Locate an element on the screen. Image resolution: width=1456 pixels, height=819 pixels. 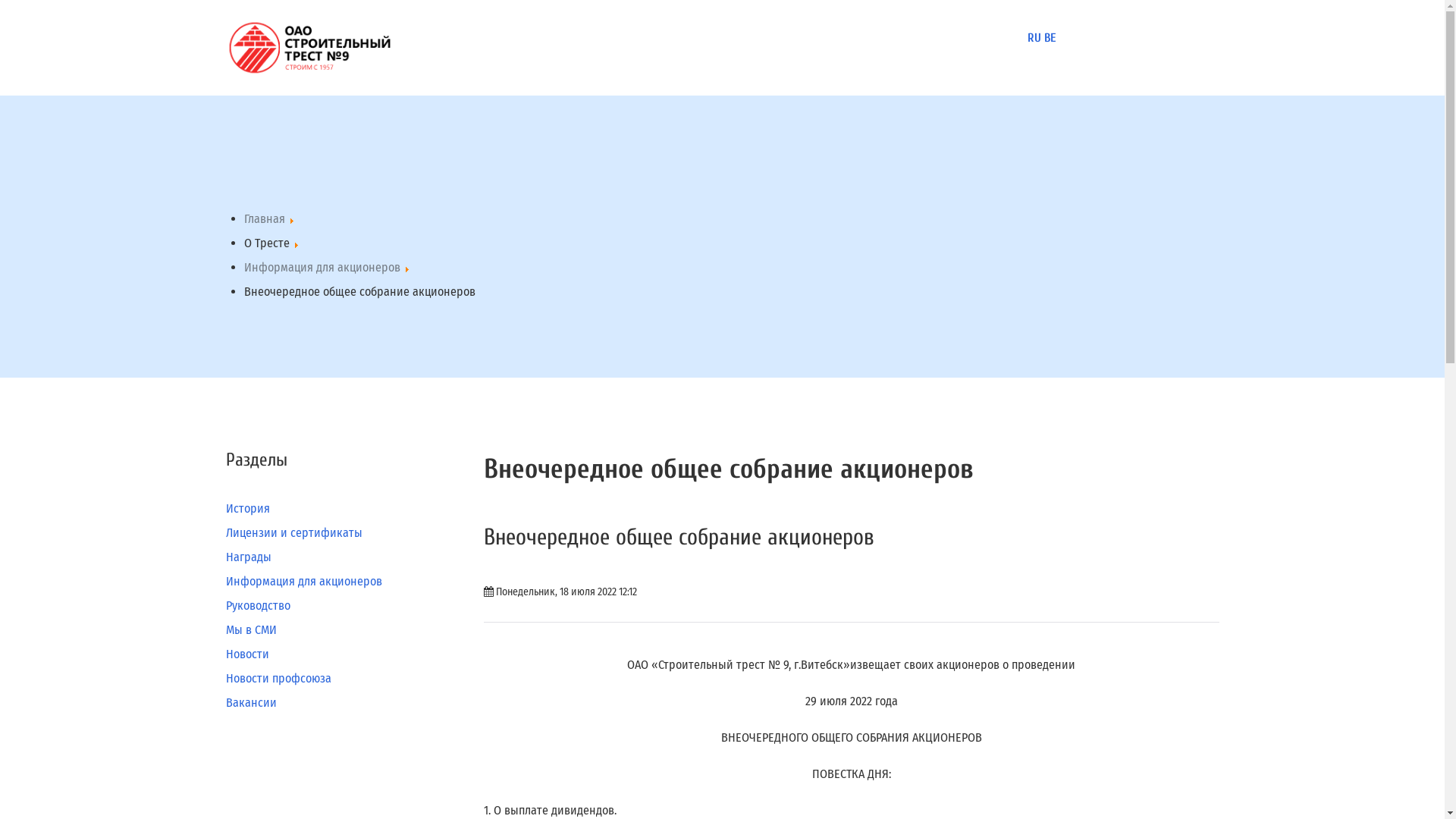
'BE' is located at coordinates (1048, 37).